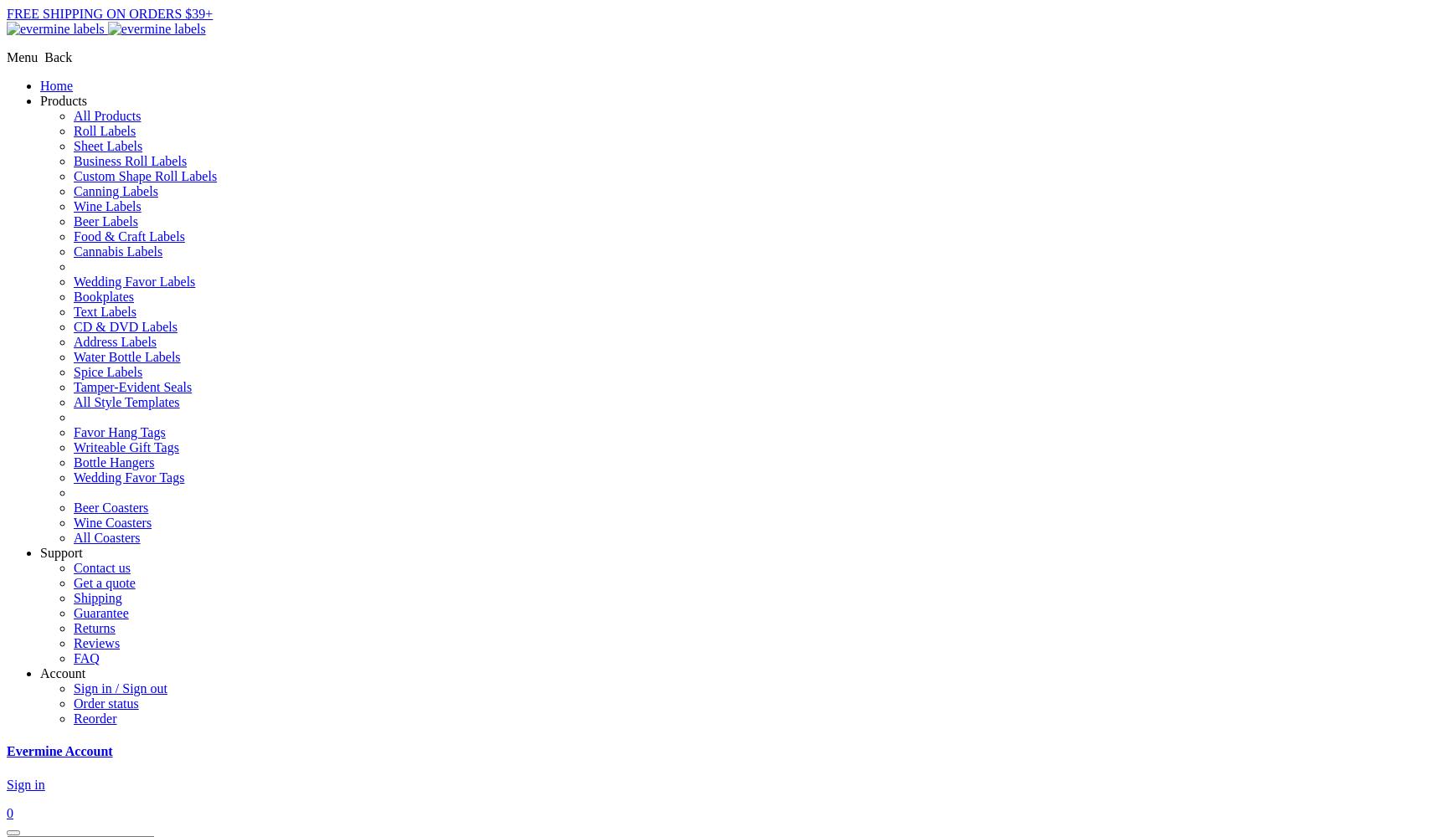  Describe the element at coordinates (115, 190) in the screenshot. I see `'Canning Labels'` at that location.